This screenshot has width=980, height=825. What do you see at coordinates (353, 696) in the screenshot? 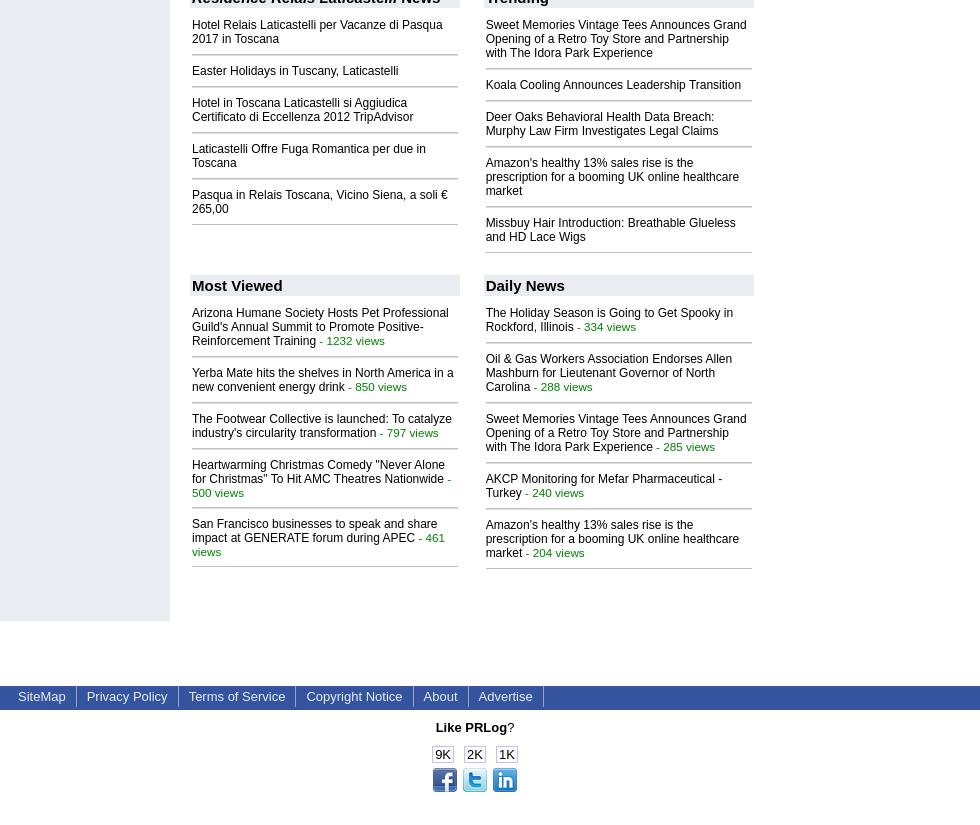
I see `'Copyright Notice'` at bounding box center [353, 696].